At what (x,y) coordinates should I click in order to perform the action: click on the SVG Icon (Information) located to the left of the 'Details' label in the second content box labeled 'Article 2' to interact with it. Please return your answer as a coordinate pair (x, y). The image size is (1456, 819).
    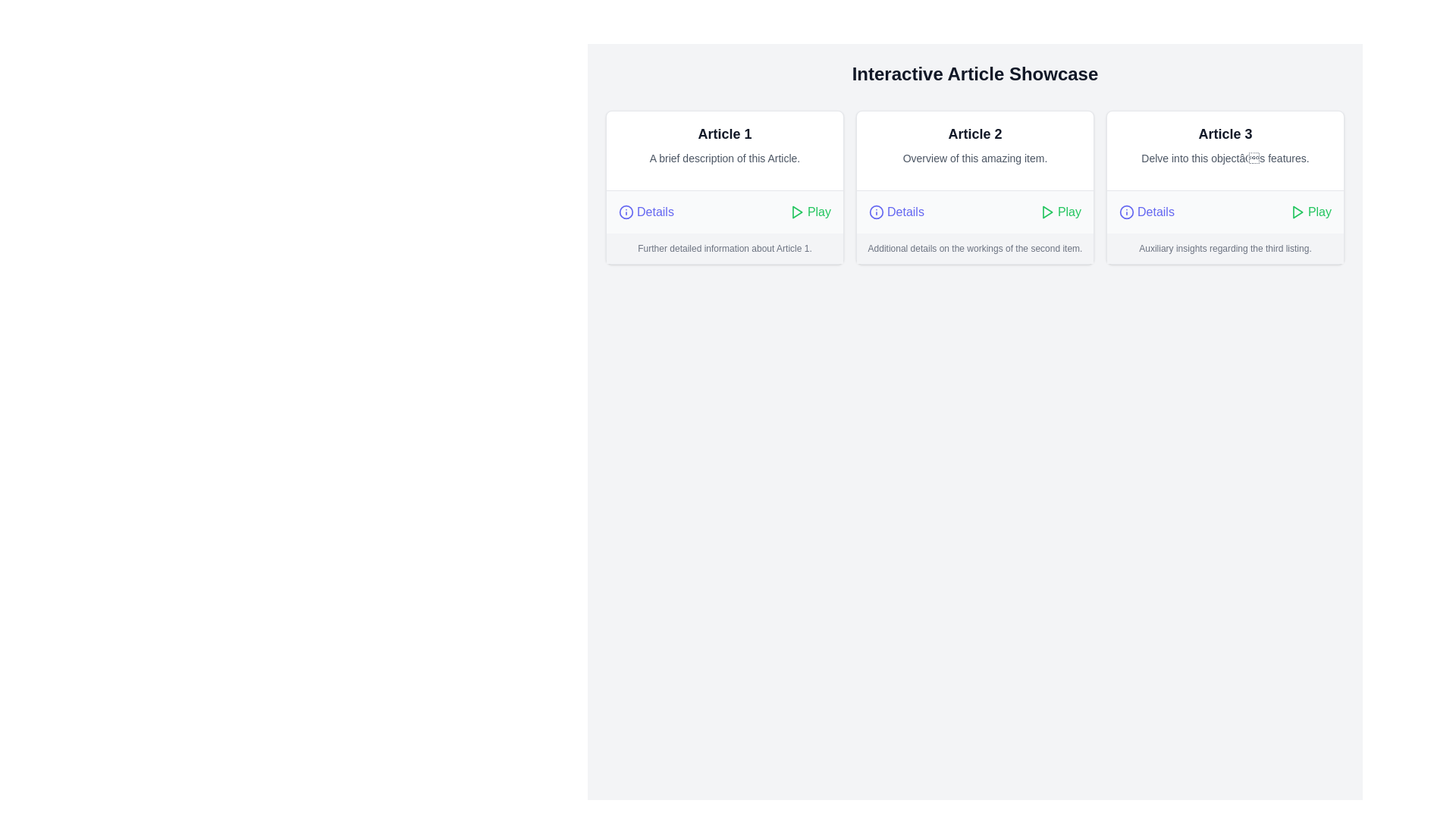
    Looking at the image, I should click on (877, 212).